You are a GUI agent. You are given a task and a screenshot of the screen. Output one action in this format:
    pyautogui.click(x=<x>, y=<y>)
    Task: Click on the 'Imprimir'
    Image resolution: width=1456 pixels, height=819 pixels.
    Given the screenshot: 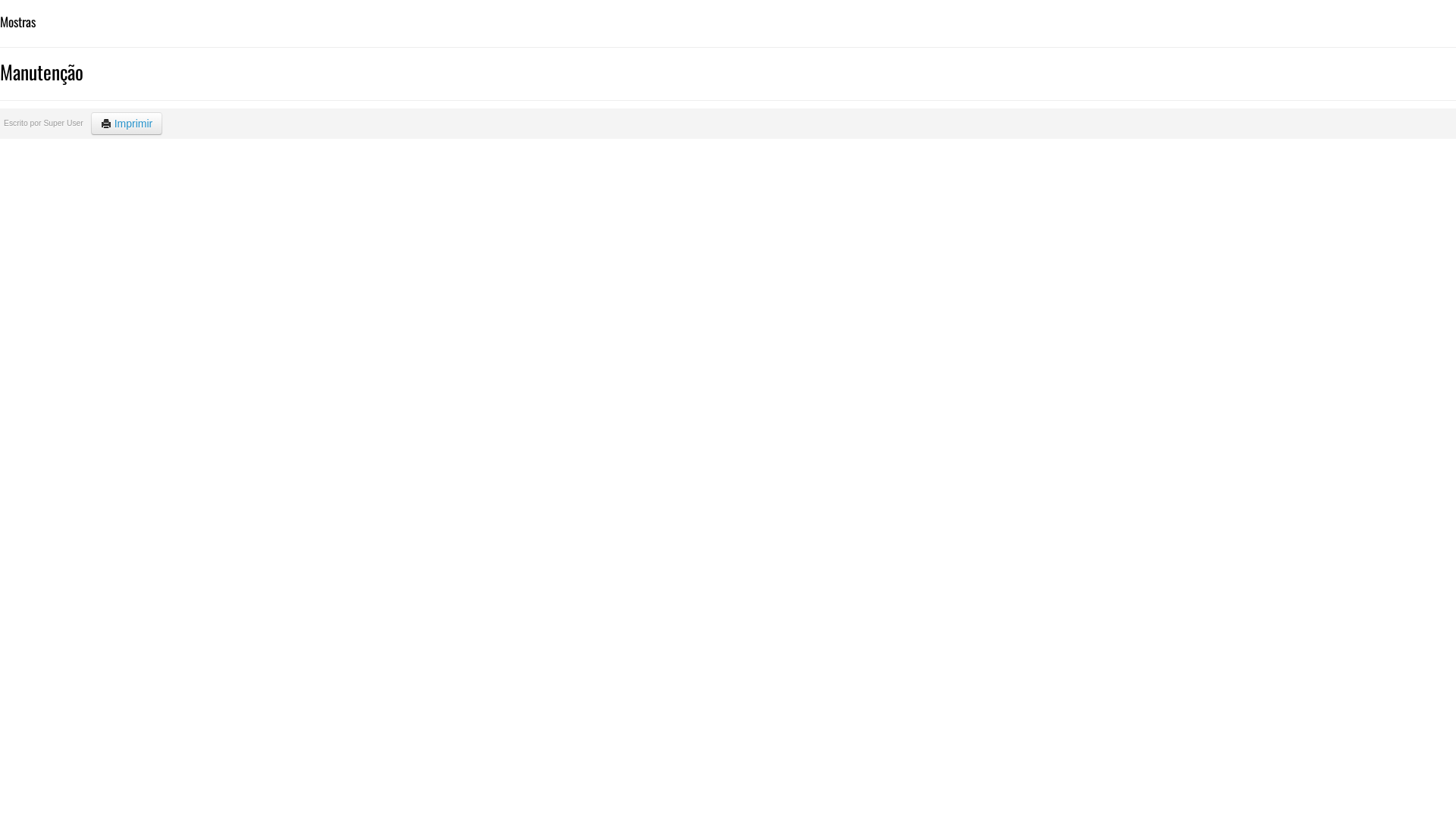 What is the action you would take?
    pyautogui.click(x=127, y=122)
    